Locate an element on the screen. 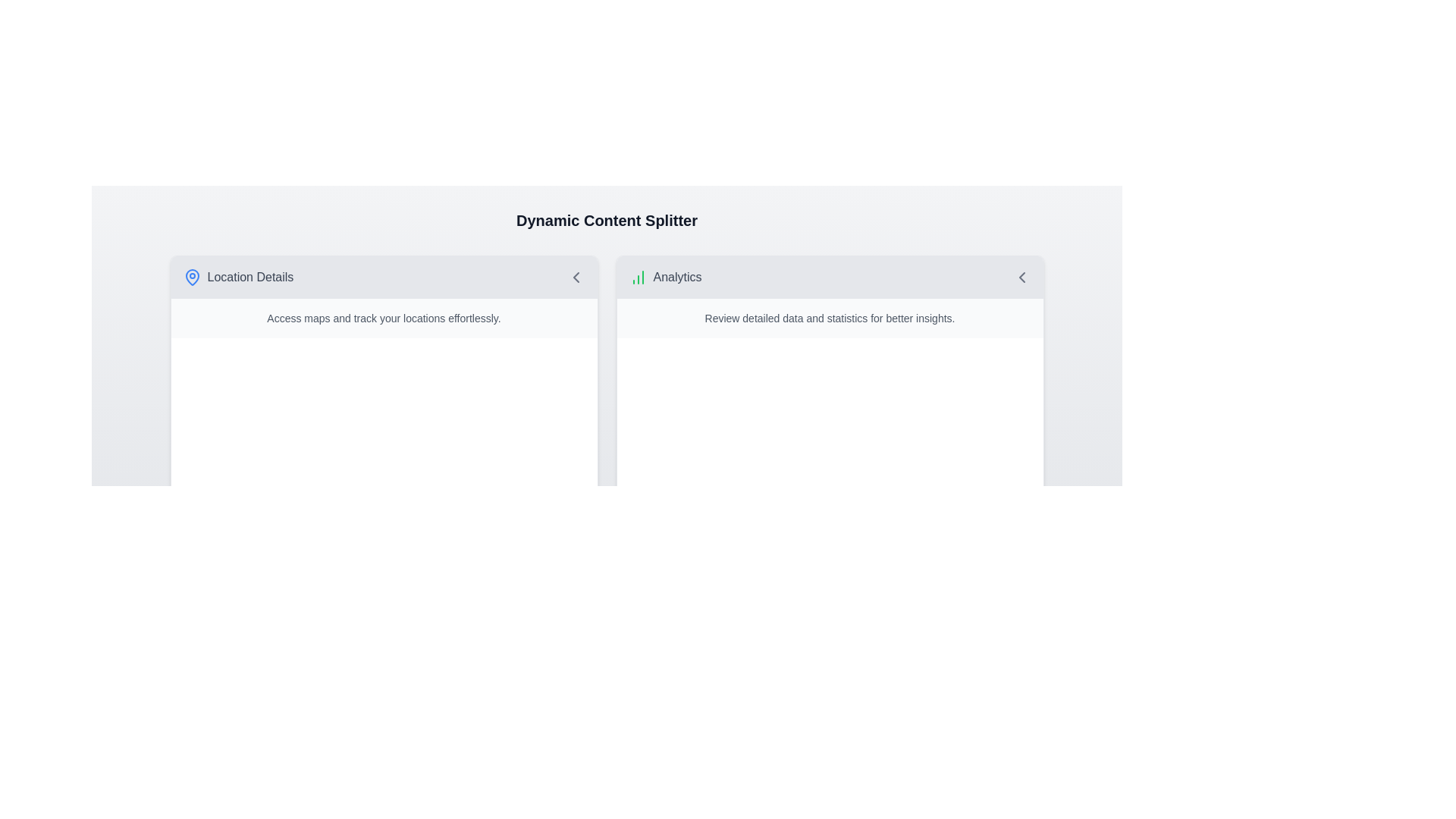  the 'Analytics' label next to the green bar chart icon is located at coordinates (665, 278).